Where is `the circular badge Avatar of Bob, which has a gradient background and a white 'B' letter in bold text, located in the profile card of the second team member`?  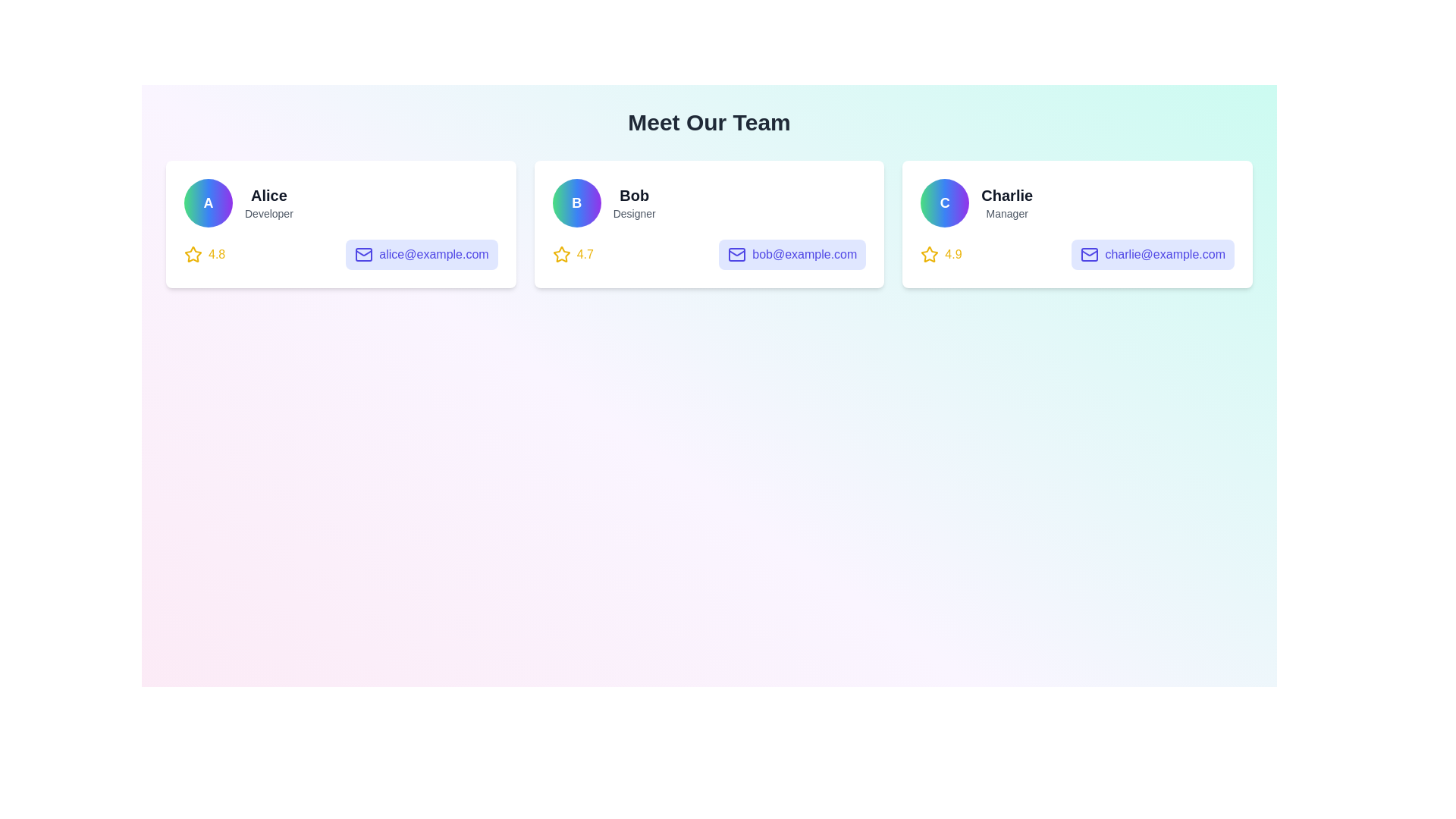 the circular badge Avatar of Bob, which has a gradient background and a white 'B' letter in bold text, located in the profile card of the second team member is located at coordinates (576, 202).